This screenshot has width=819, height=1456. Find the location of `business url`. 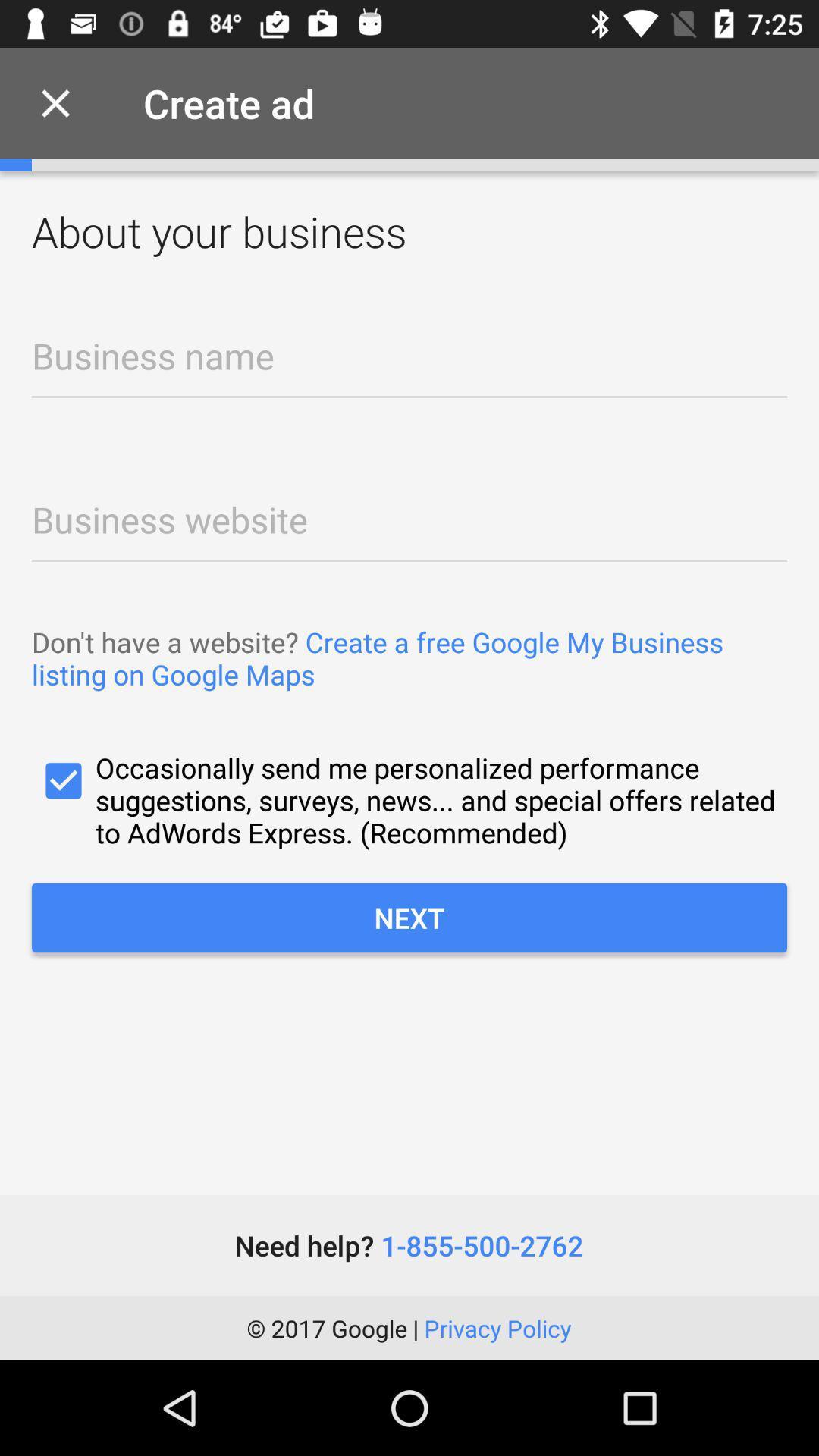

business url is located at coordinates (409, 515).